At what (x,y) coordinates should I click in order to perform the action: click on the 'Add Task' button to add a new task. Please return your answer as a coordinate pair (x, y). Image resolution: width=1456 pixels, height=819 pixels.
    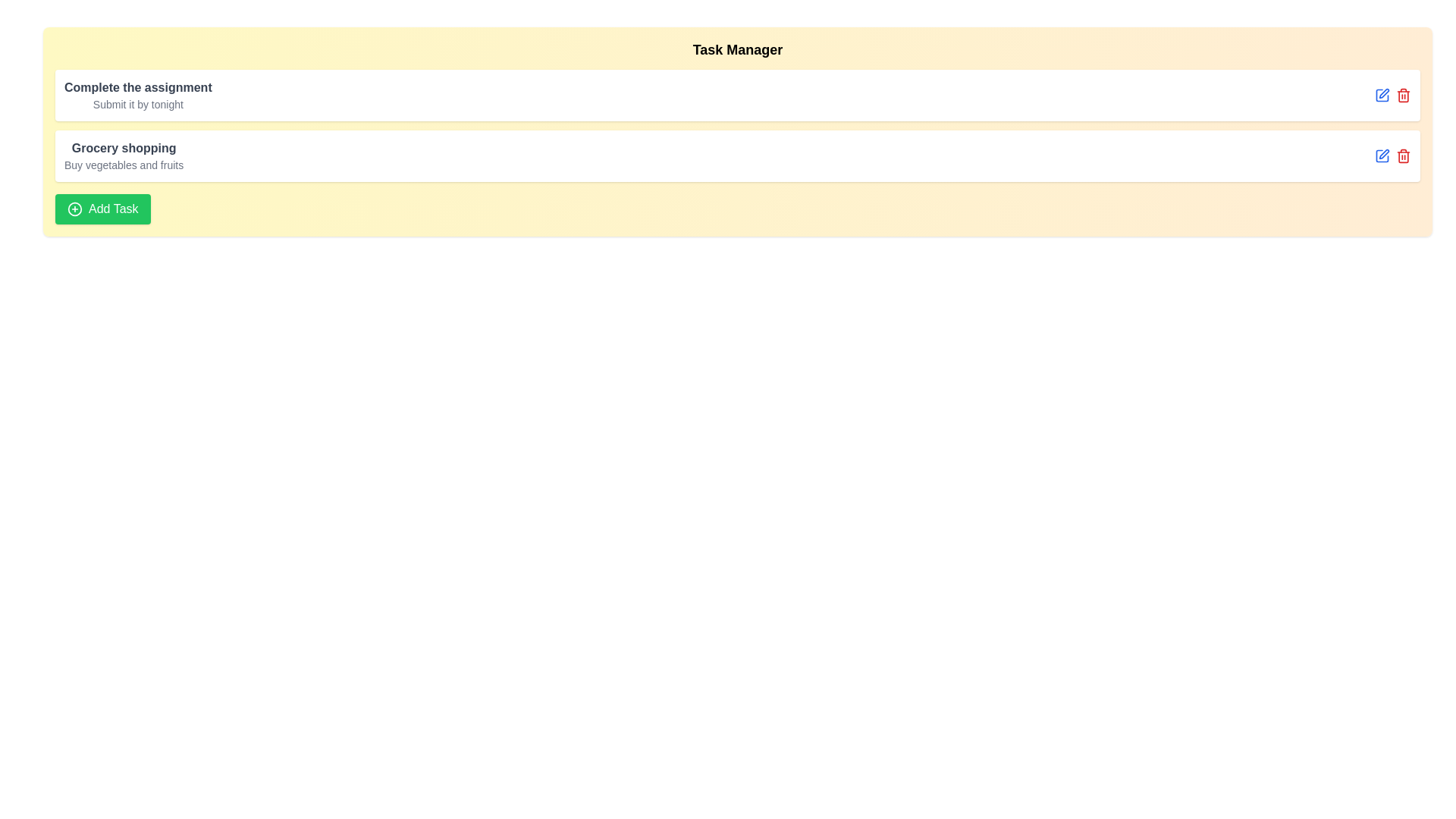
    Looking at the image, I should click on (102, 209).